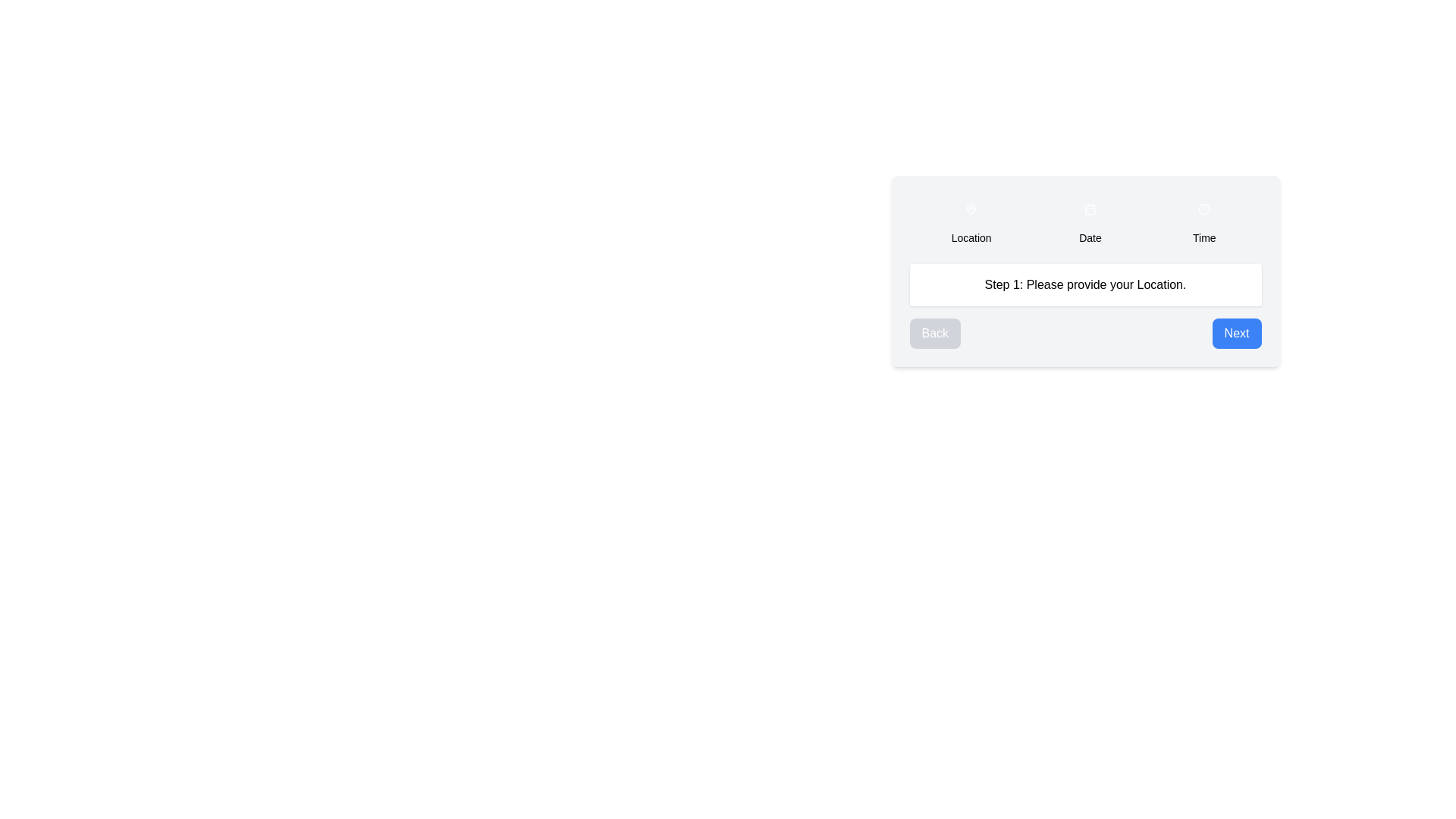 This screenshot has height=819, width=1456. What do you see at coordinates (1237, 332) in the screenshot?
I see `the 'Next' button to proceed to the next step` at bounding box center [1237, 332].